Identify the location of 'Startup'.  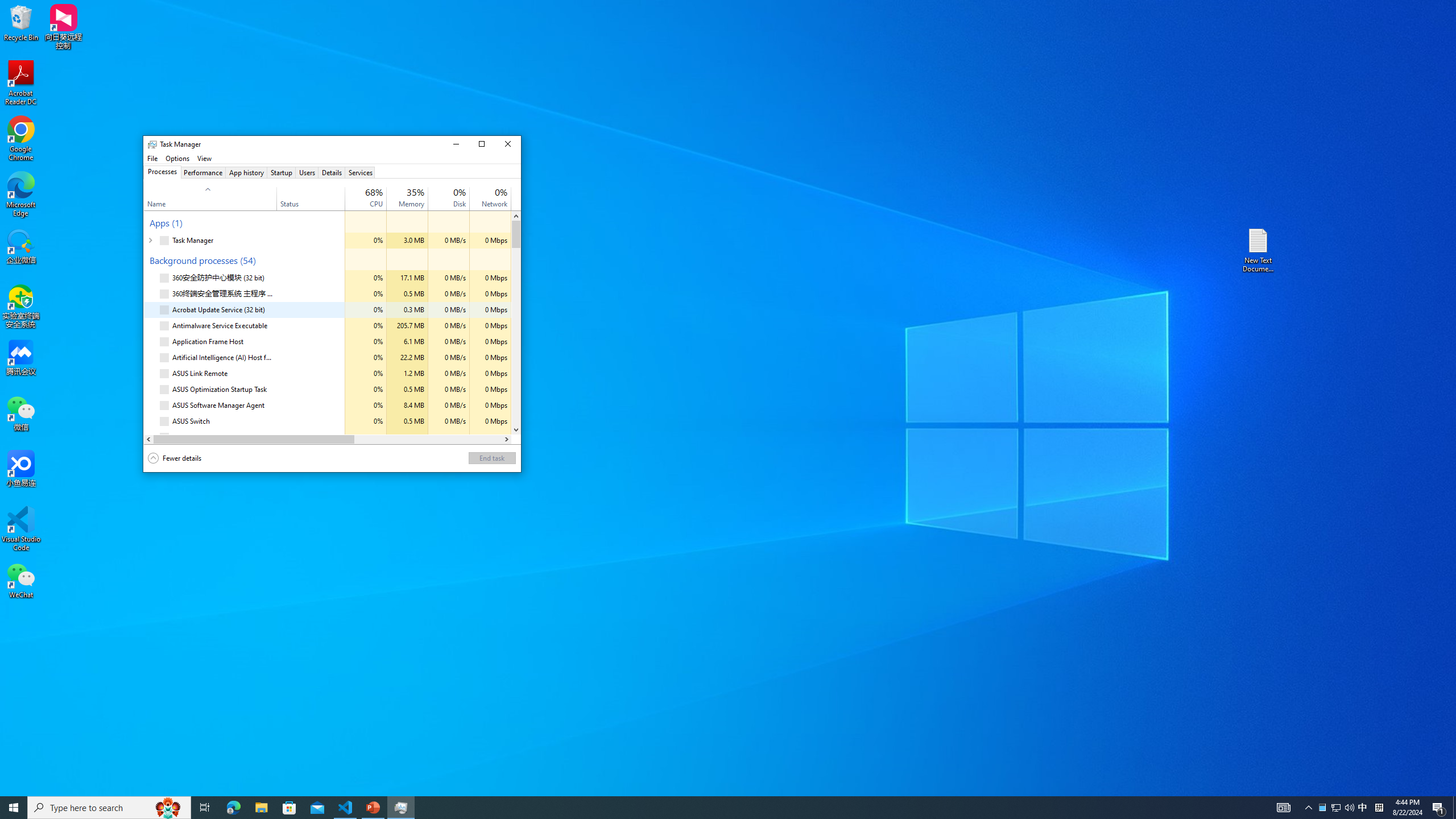
(281, 172).